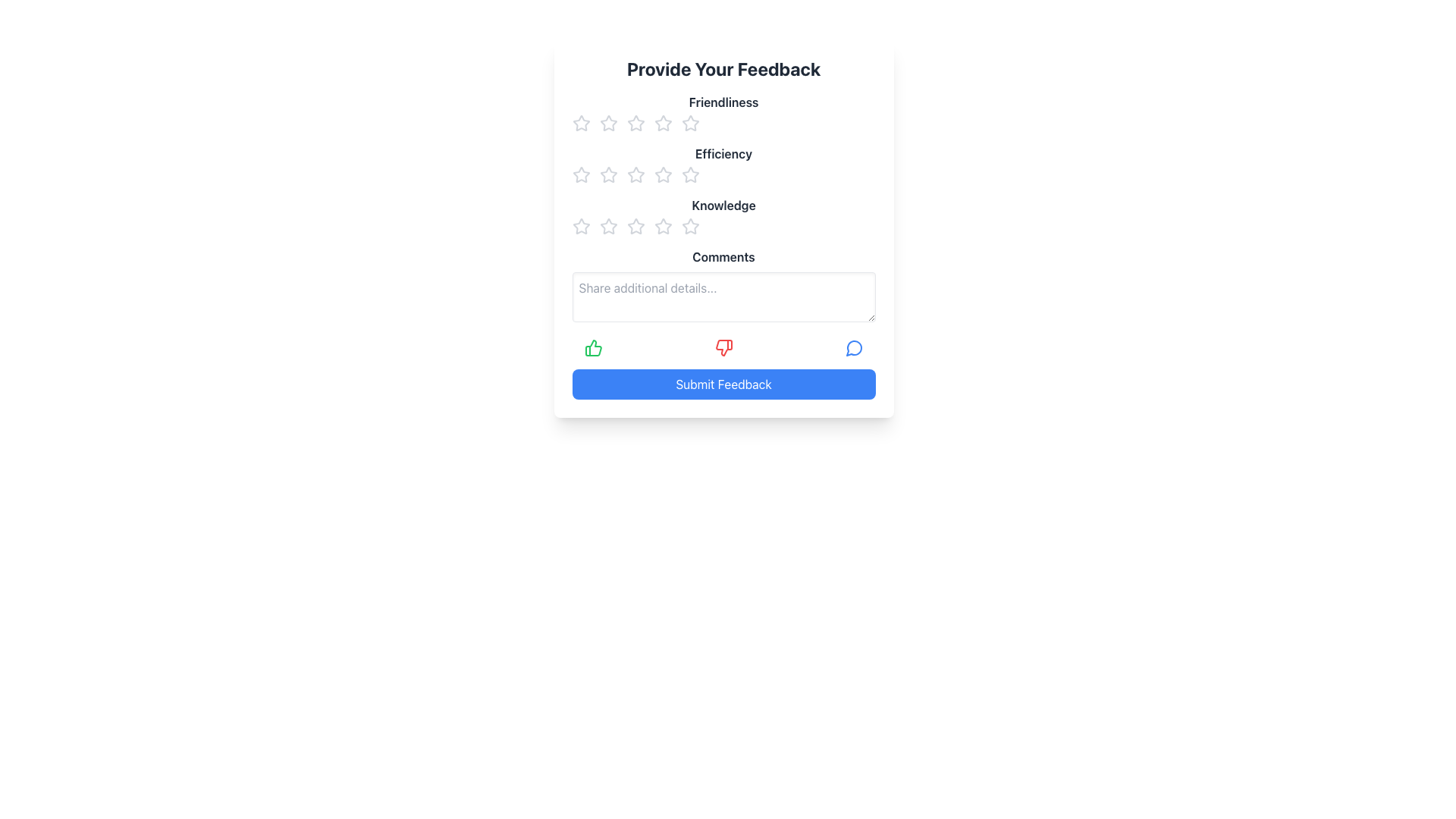 Image resolution: width=1456 pixels, height=819 pixels. I want to click on the 'Knowledge' rating label, so click(723, 216).